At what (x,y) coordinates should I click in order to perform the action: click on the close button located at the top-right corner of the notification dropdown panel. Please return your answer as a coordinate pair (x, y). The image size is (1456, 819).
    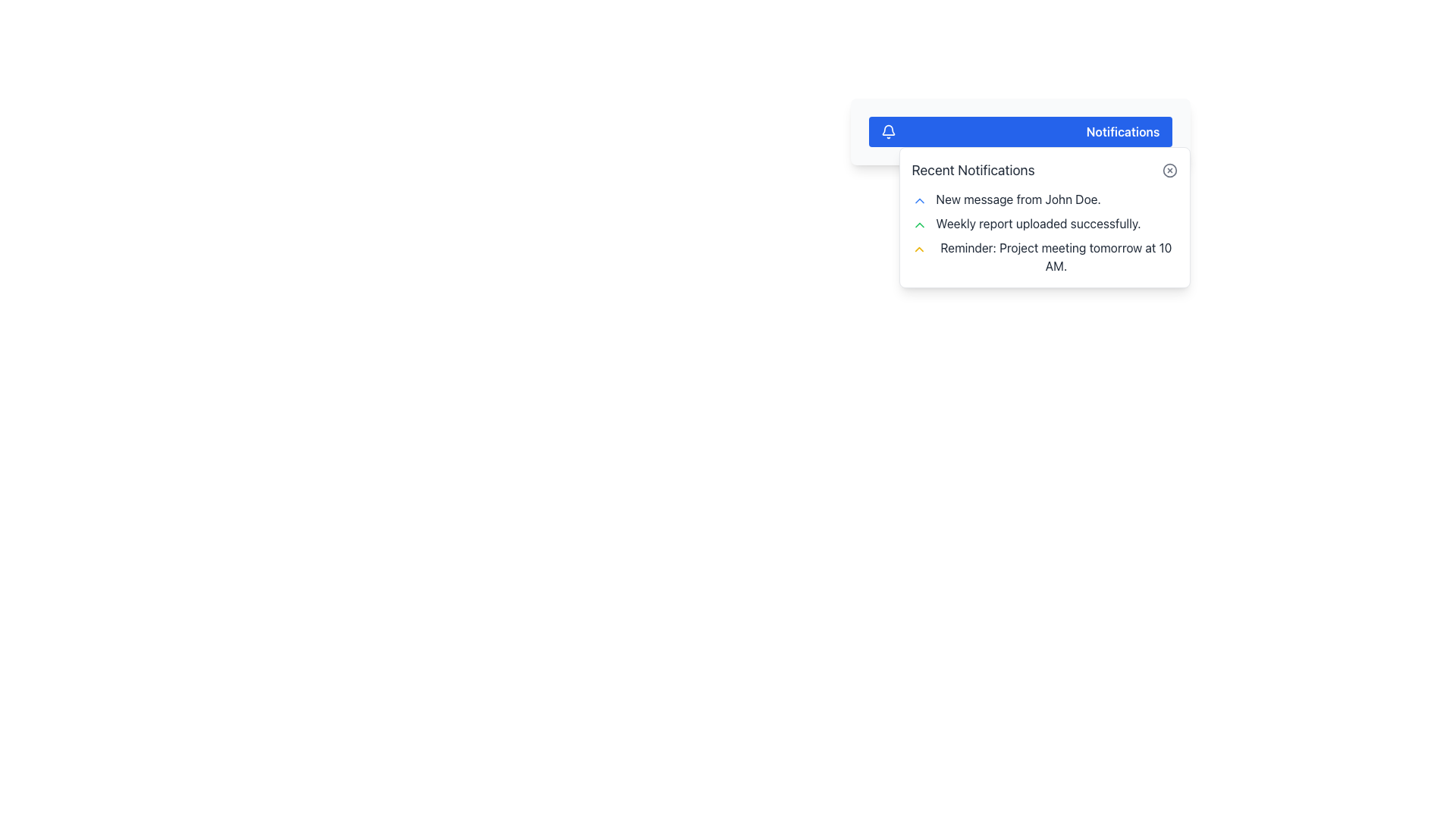
    Looking at the image, I should click on (1169, 170).